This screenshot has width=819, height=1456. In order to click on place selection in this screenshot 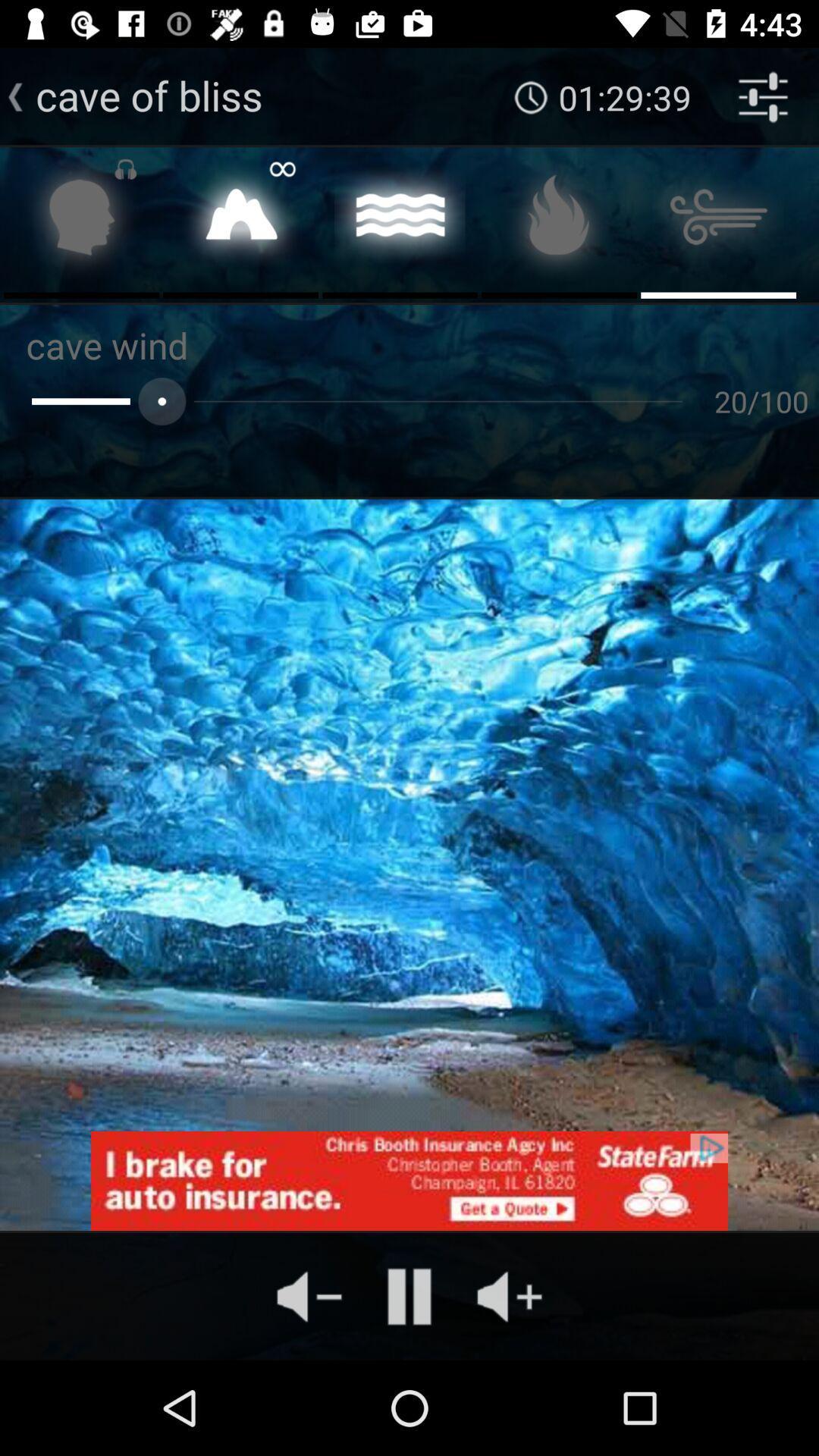, I will do `click(240, 221)`.